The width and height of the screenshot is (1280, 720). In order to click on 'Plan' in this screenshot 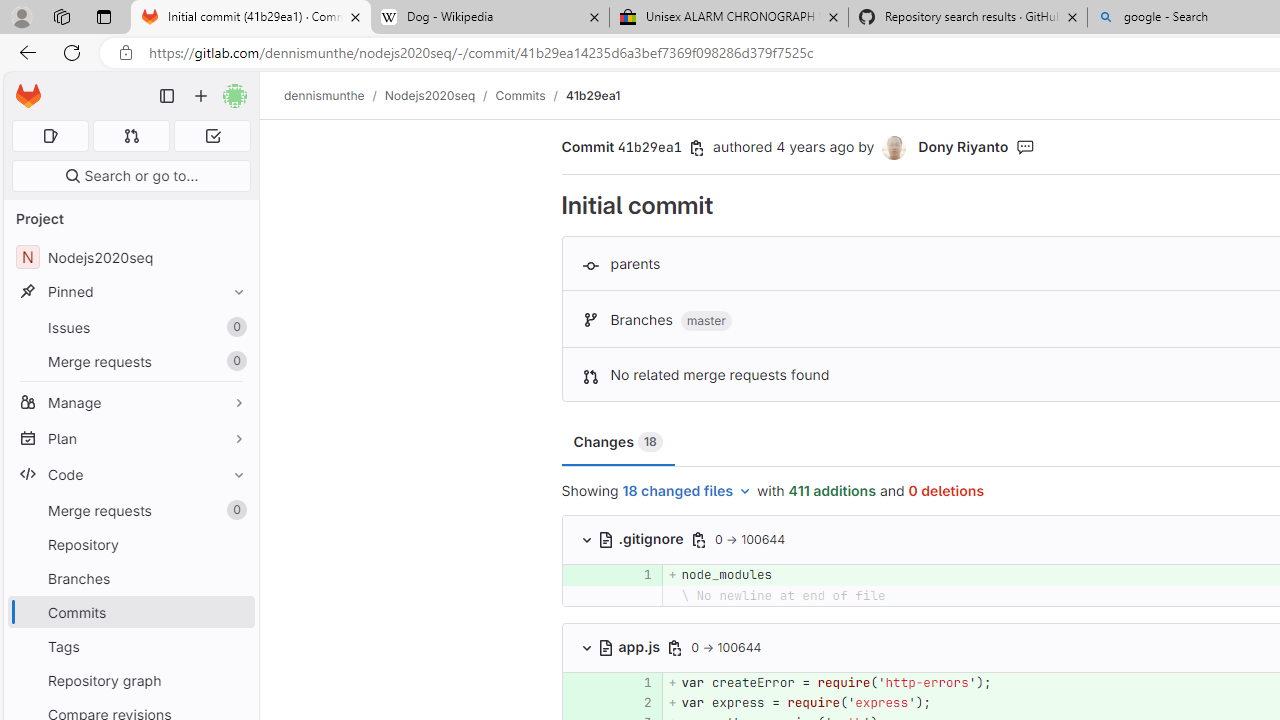, I will do `click(130, 437)`.